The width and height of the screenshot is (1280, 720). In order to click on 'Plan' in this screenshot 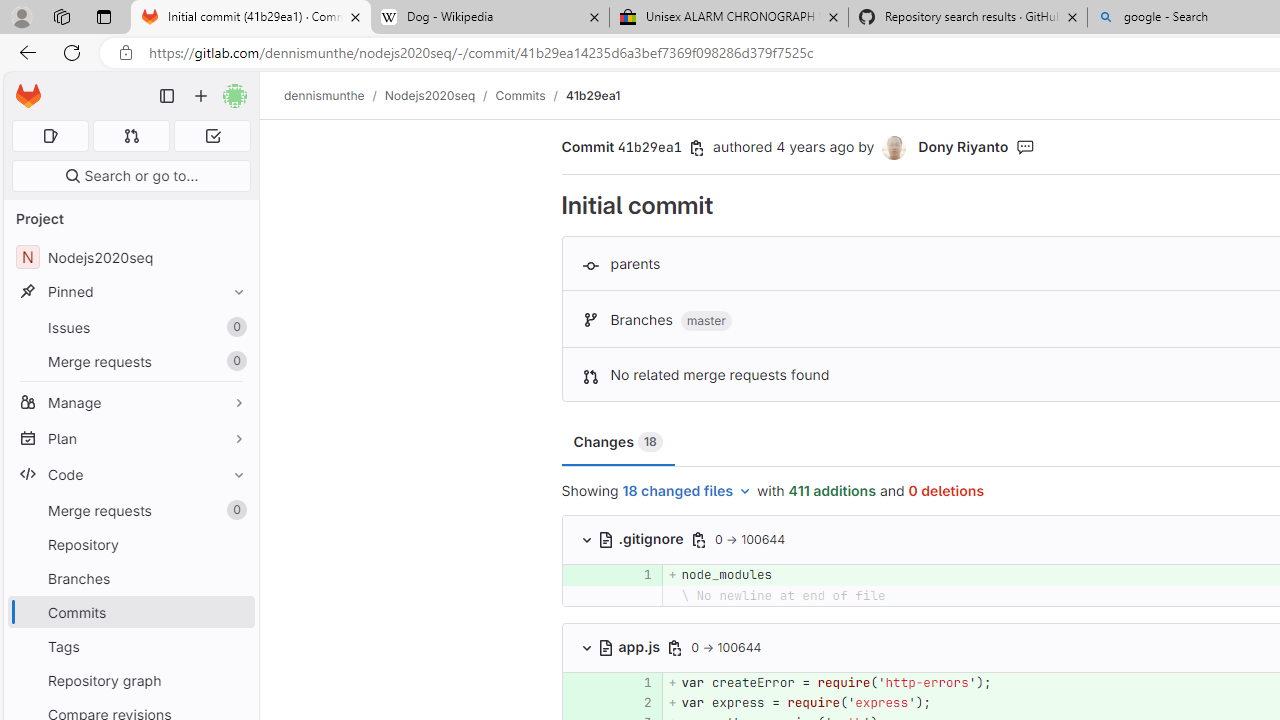, I will do `click(130, 437)`.